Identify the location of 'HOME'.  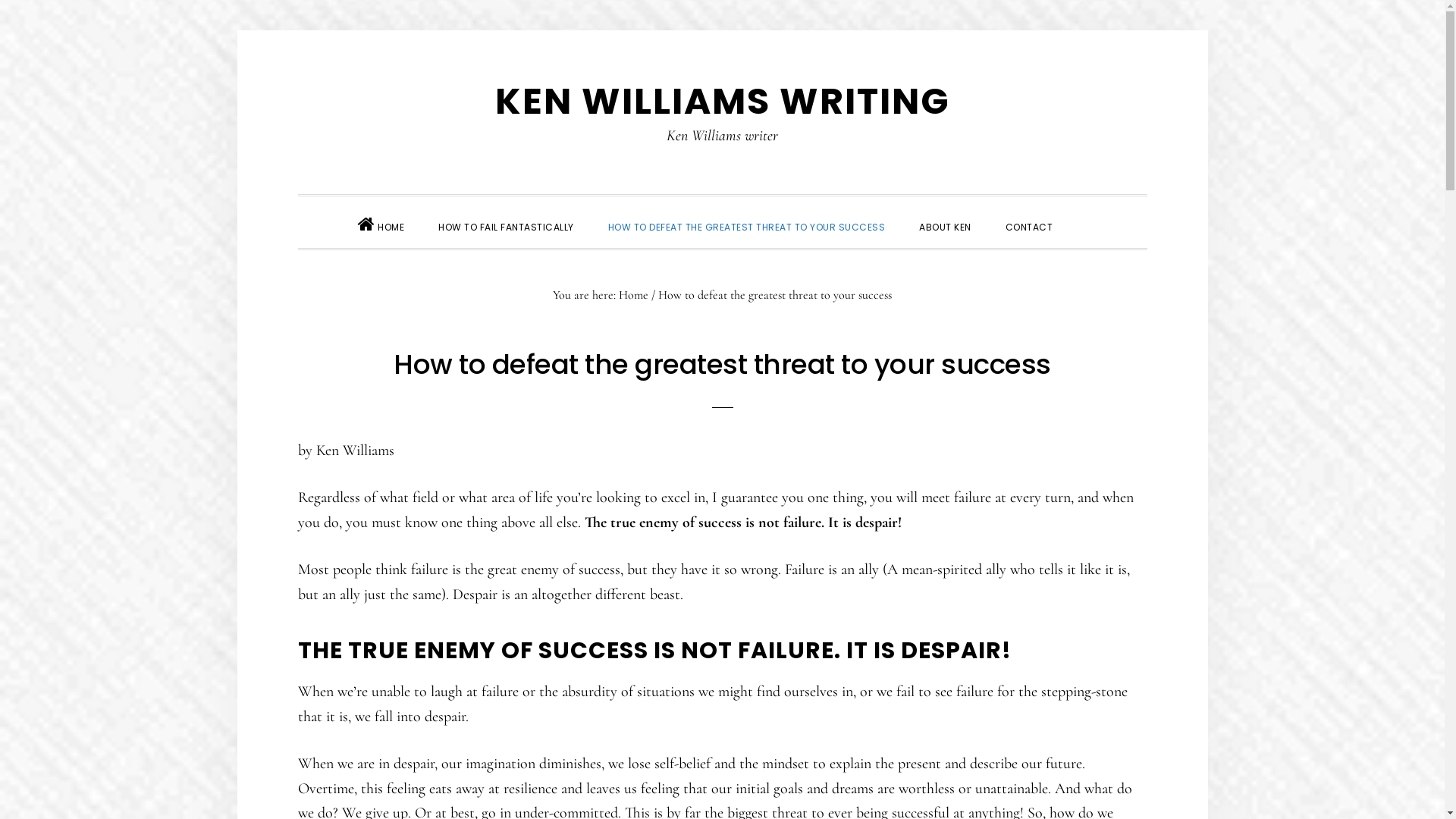
(381, 221).